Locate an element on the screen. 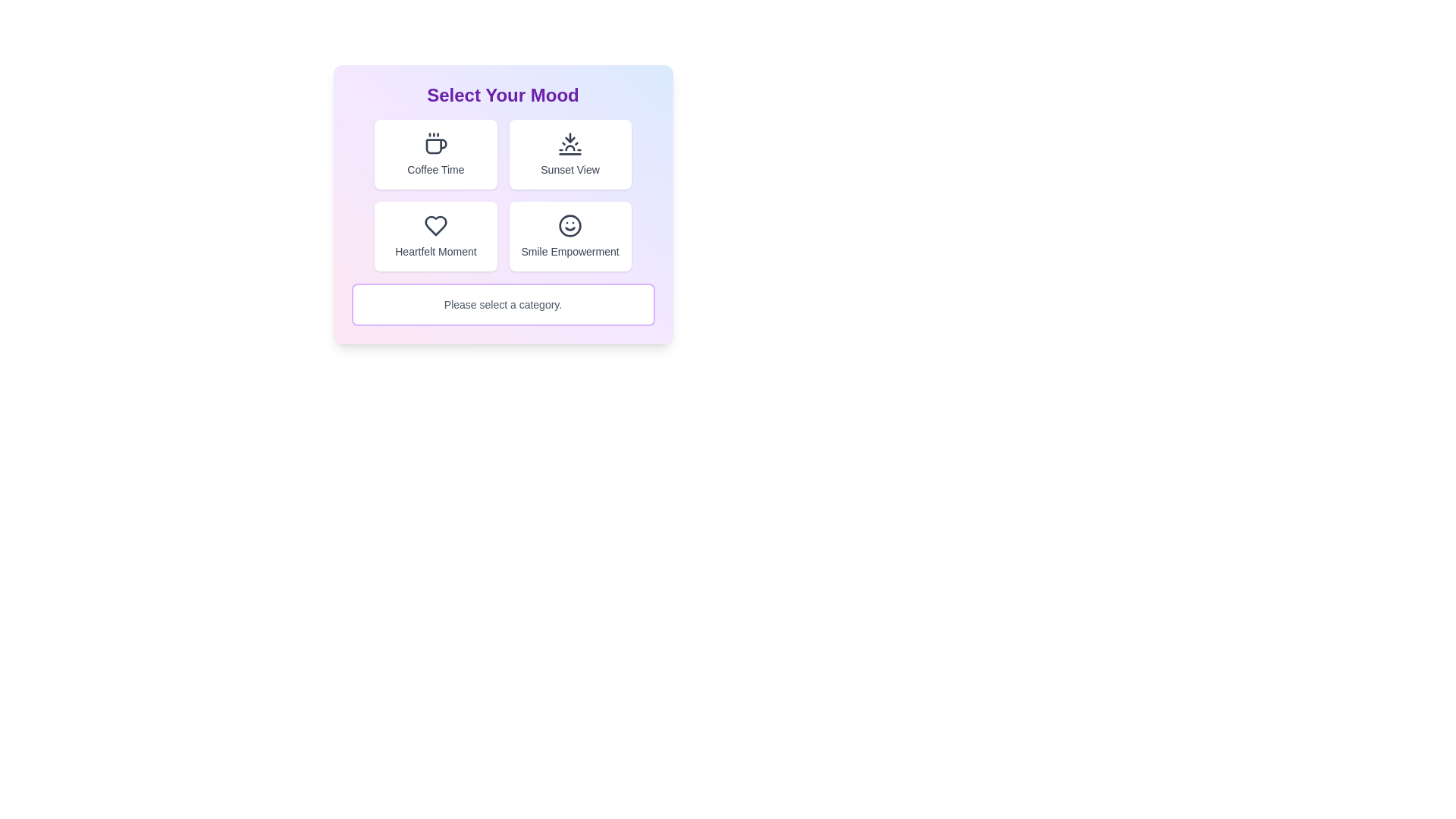 This screenshot has height=819, width=1456. the 'Smile Empowerment' button, which is a rectangular button with a white background, a smiley face icon, and gray text, located in the grid layout under 'Select Your Mood' is located at coordinates (570, 237).